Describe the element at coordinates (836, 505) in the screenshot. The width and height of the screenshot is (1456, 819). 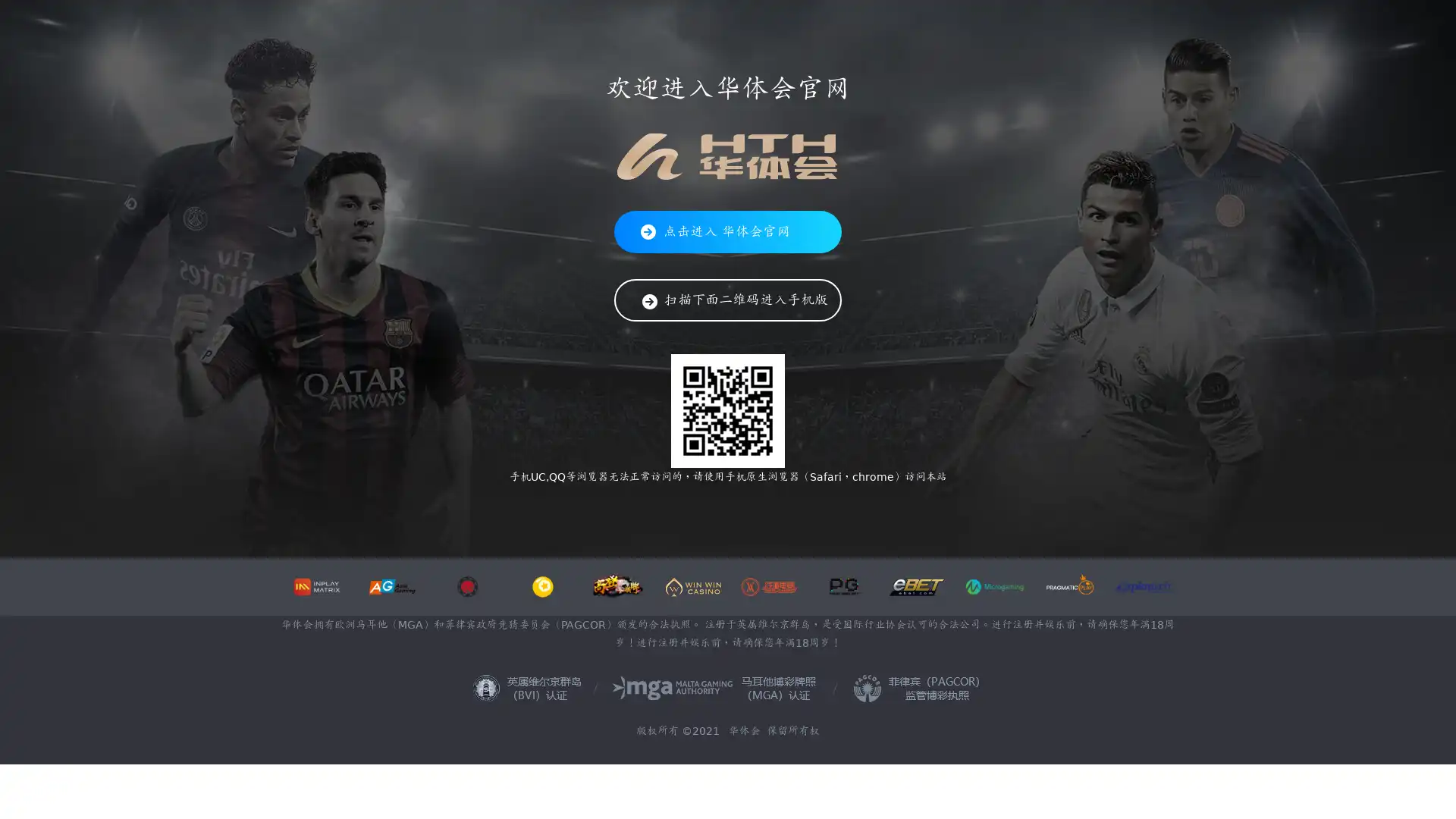
I see `15` at that location.